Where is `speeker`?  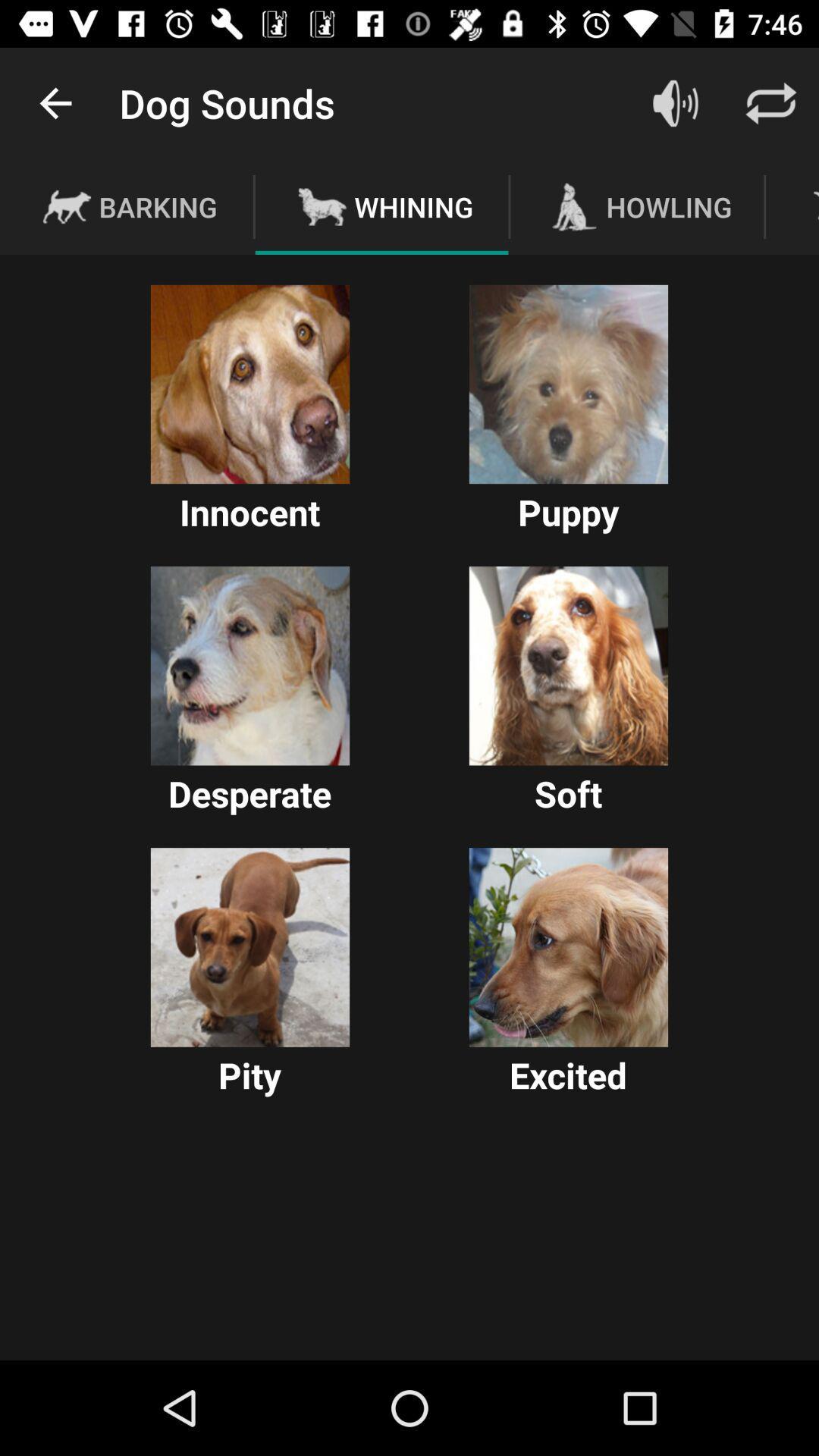
speeker is located at coordinates (675, 102).